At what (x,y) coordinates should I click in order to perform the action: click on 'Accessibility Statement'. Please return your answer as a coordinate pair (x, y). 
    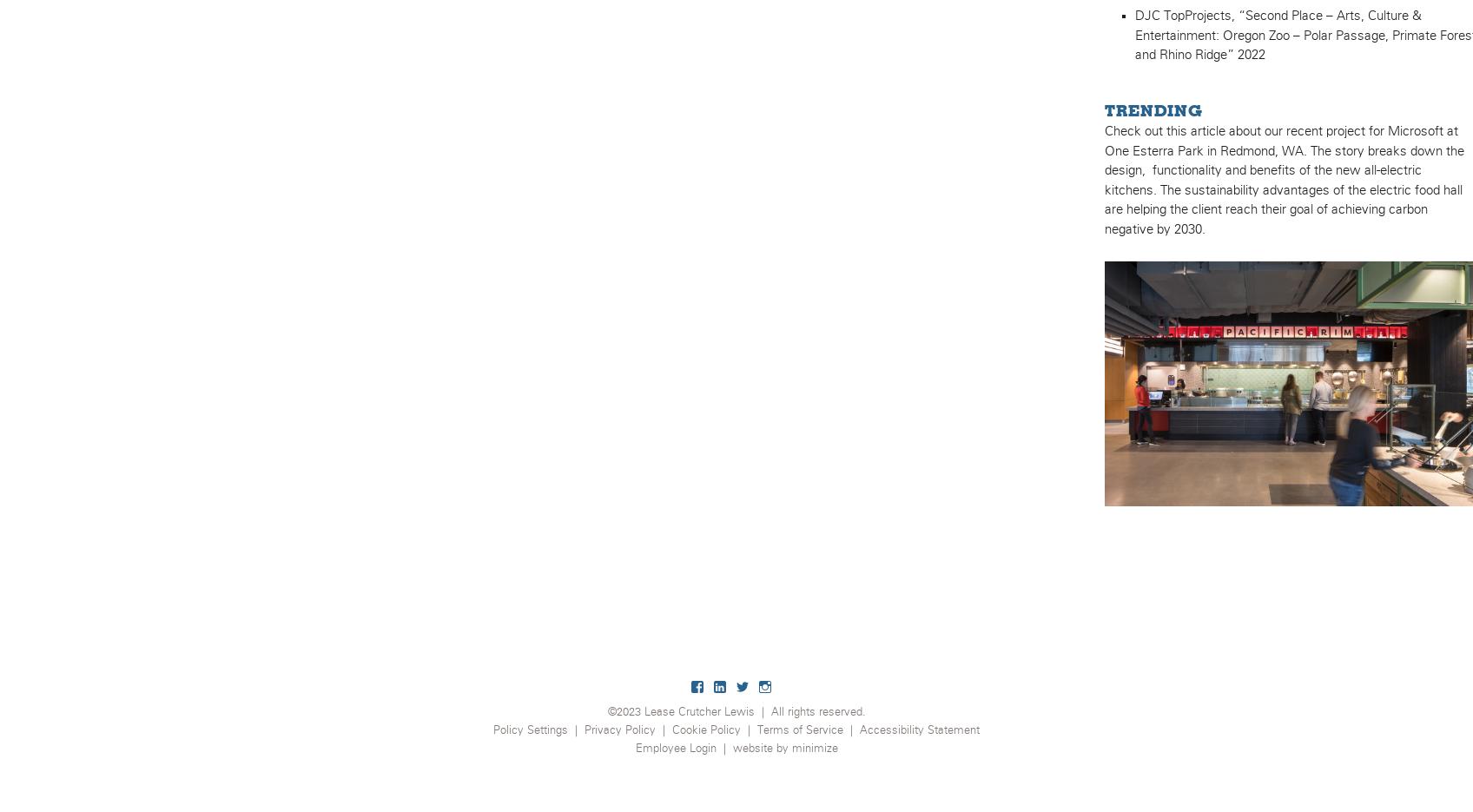
    Looking at the image, I should click on (919, 730).